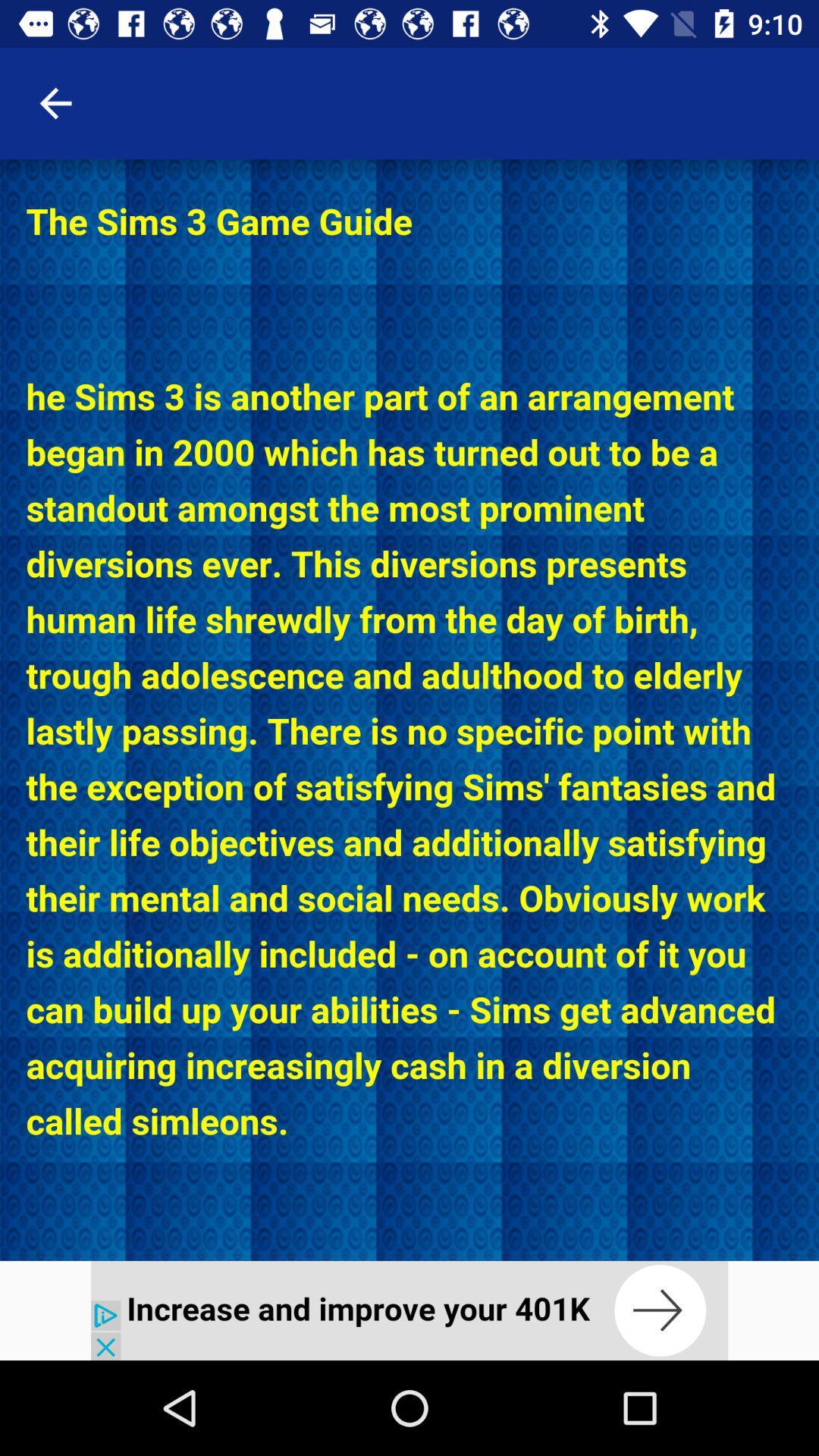 The width and height of the screenshot is (819, 1456). Describe the element at coordinates (409, 1310) in the screenshot. I see `advertisement page` at that location.